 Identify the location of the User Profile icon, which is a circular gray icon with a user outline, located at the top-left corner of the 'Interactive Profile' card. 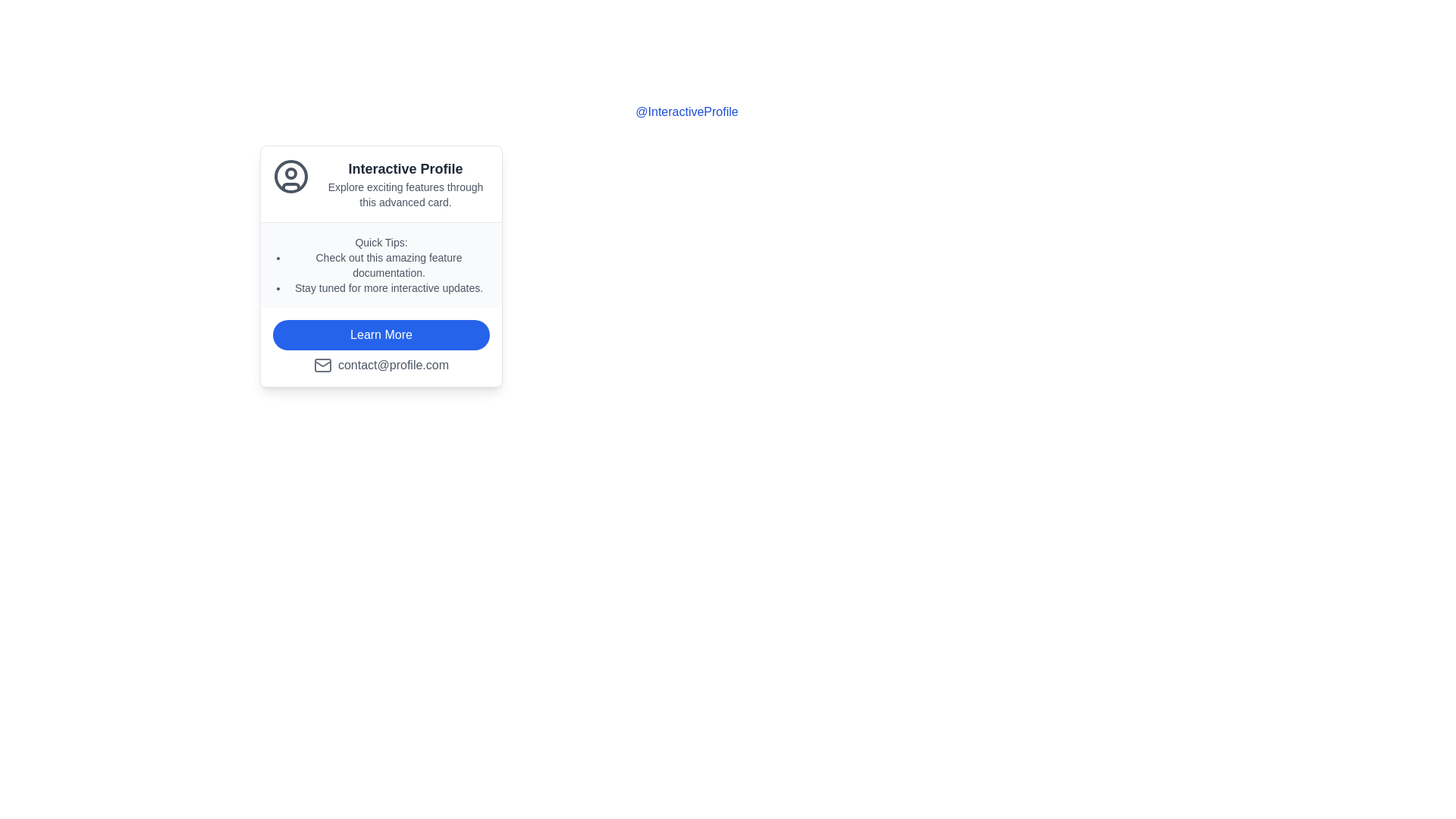
(291, 175).